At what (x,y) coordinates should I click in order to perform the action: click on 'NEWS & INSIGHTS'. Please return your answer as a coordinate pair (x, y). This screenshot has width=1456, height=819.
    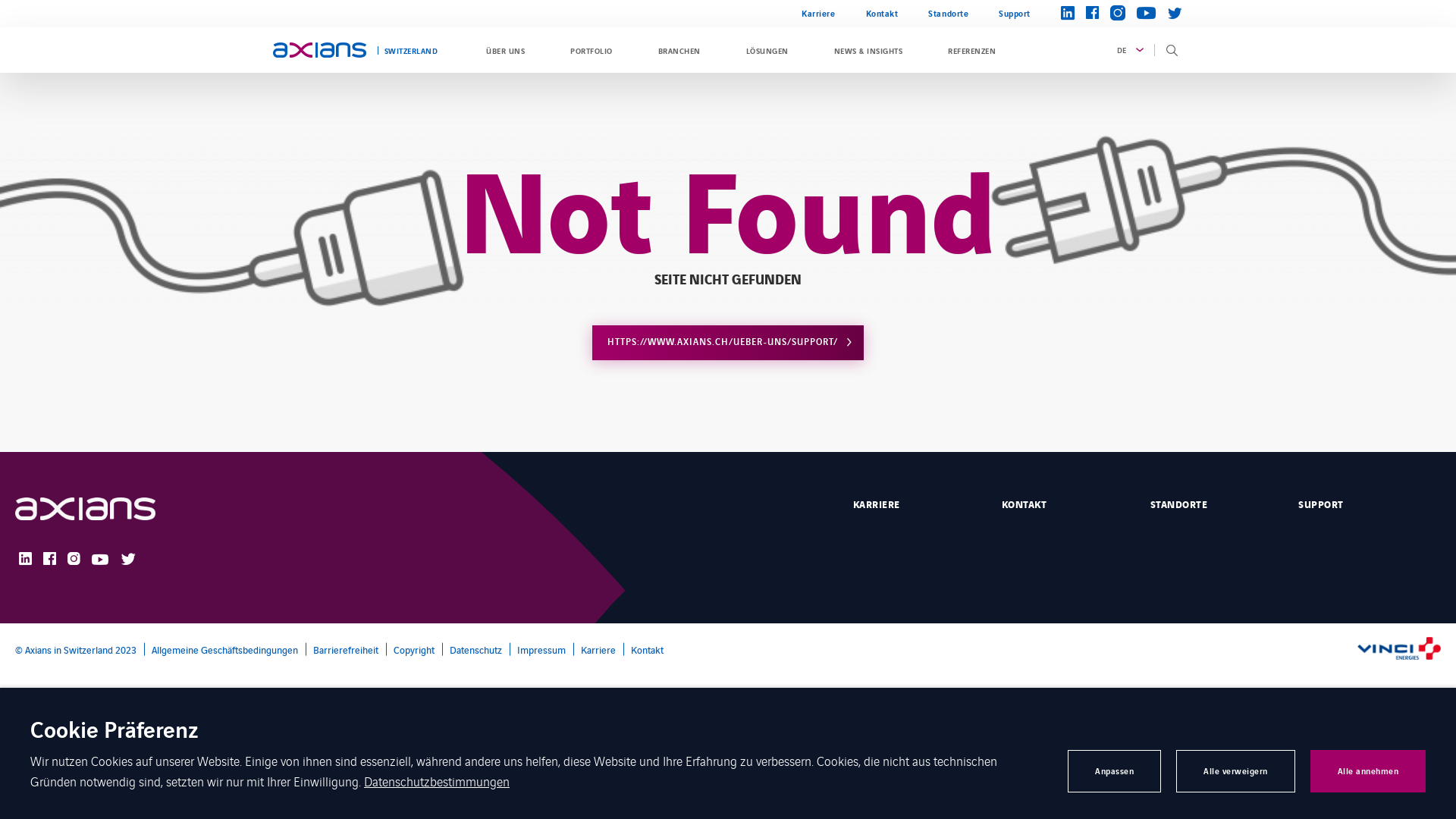
    Looking at the image, I should click on (868, 49).